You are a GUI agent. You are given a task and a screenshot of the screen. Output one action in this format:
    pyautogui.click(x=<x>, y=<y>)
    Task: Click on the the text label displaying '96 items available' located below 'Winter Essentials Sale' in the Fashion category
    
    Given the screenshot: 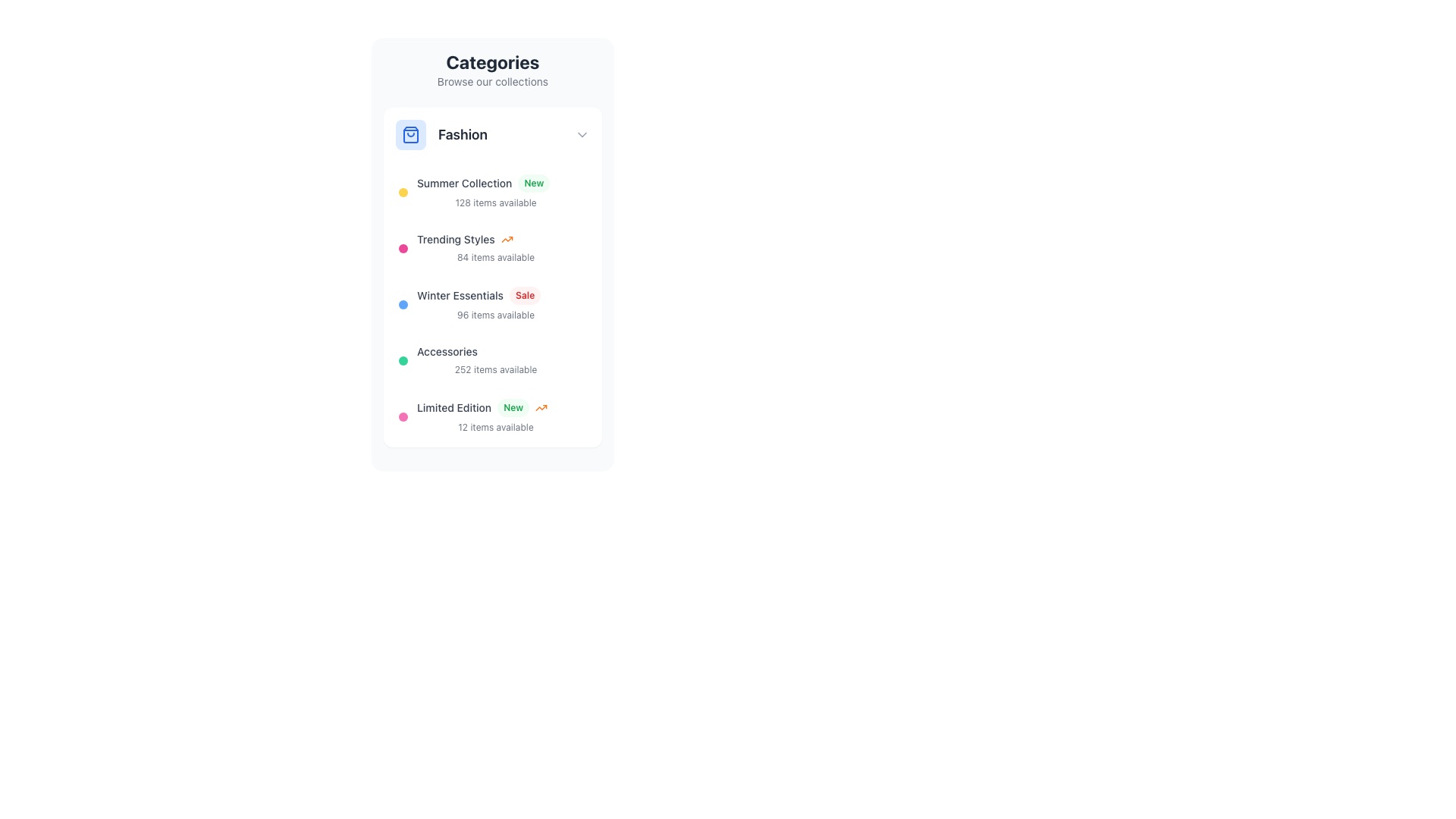 What is the action you would take?
    pyautogui.click(x=495, y=314)
    